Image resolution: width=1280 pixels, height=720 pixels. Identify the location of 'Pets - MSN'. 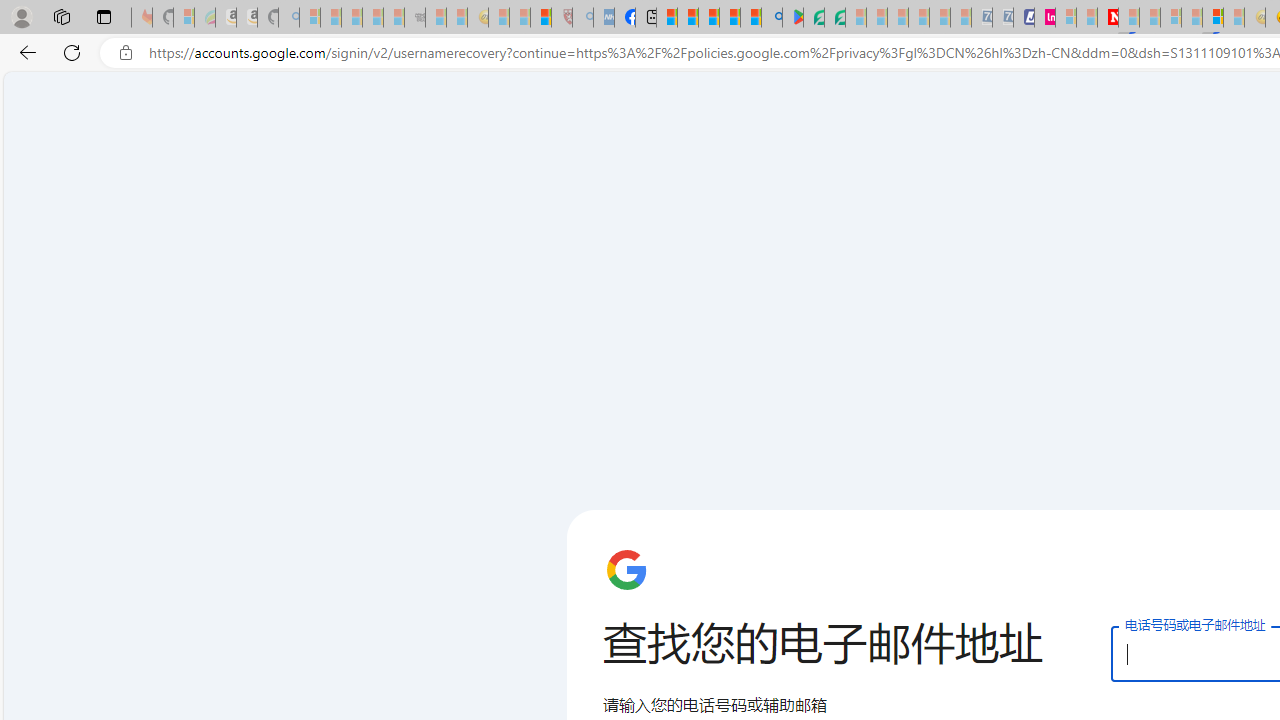
(728, 17).